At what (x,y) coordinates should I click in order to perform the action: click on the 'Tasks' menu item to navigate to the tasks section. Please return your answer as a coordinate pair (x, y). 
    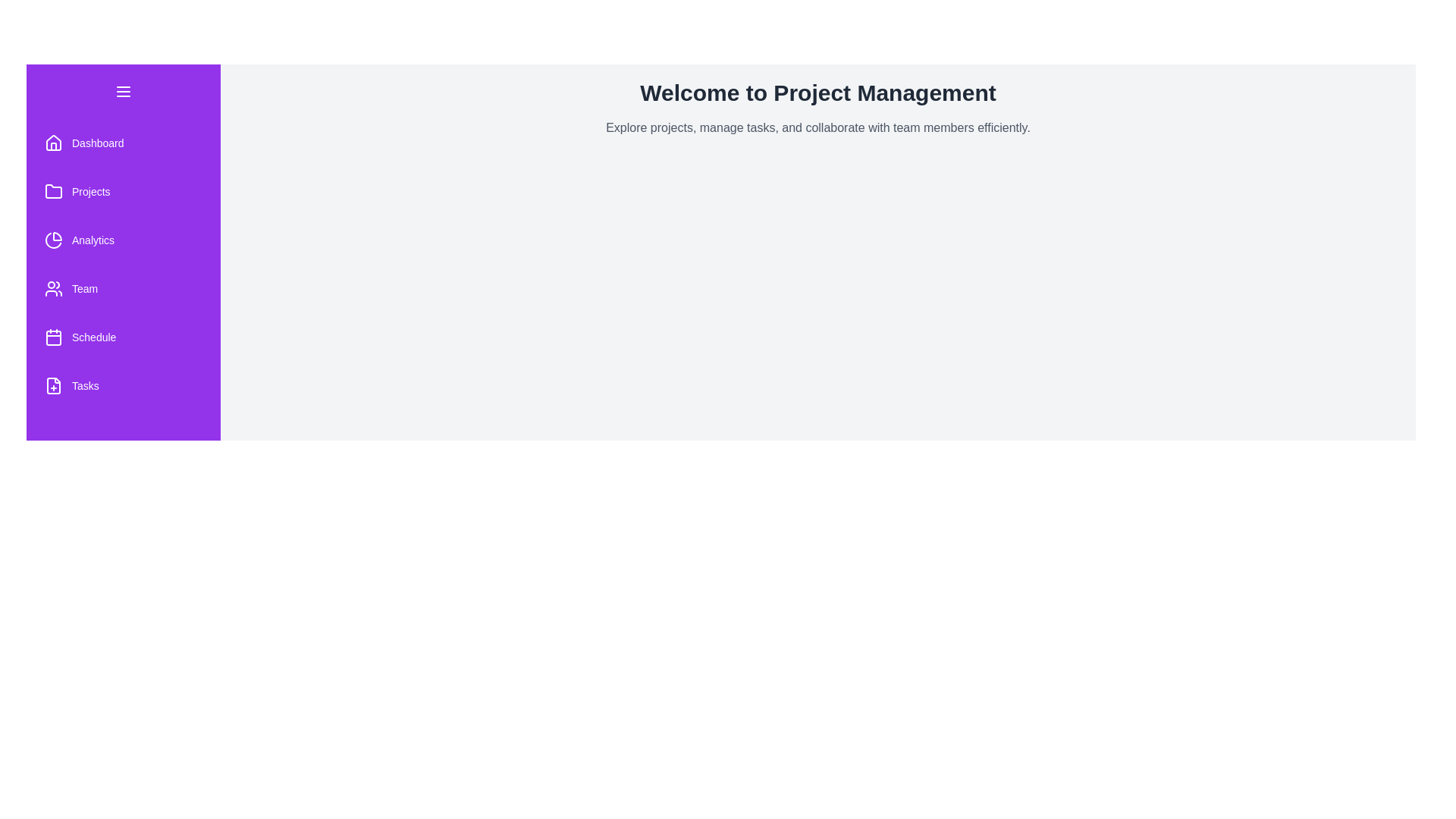
    Looking at the image, I should click on (124, 385).